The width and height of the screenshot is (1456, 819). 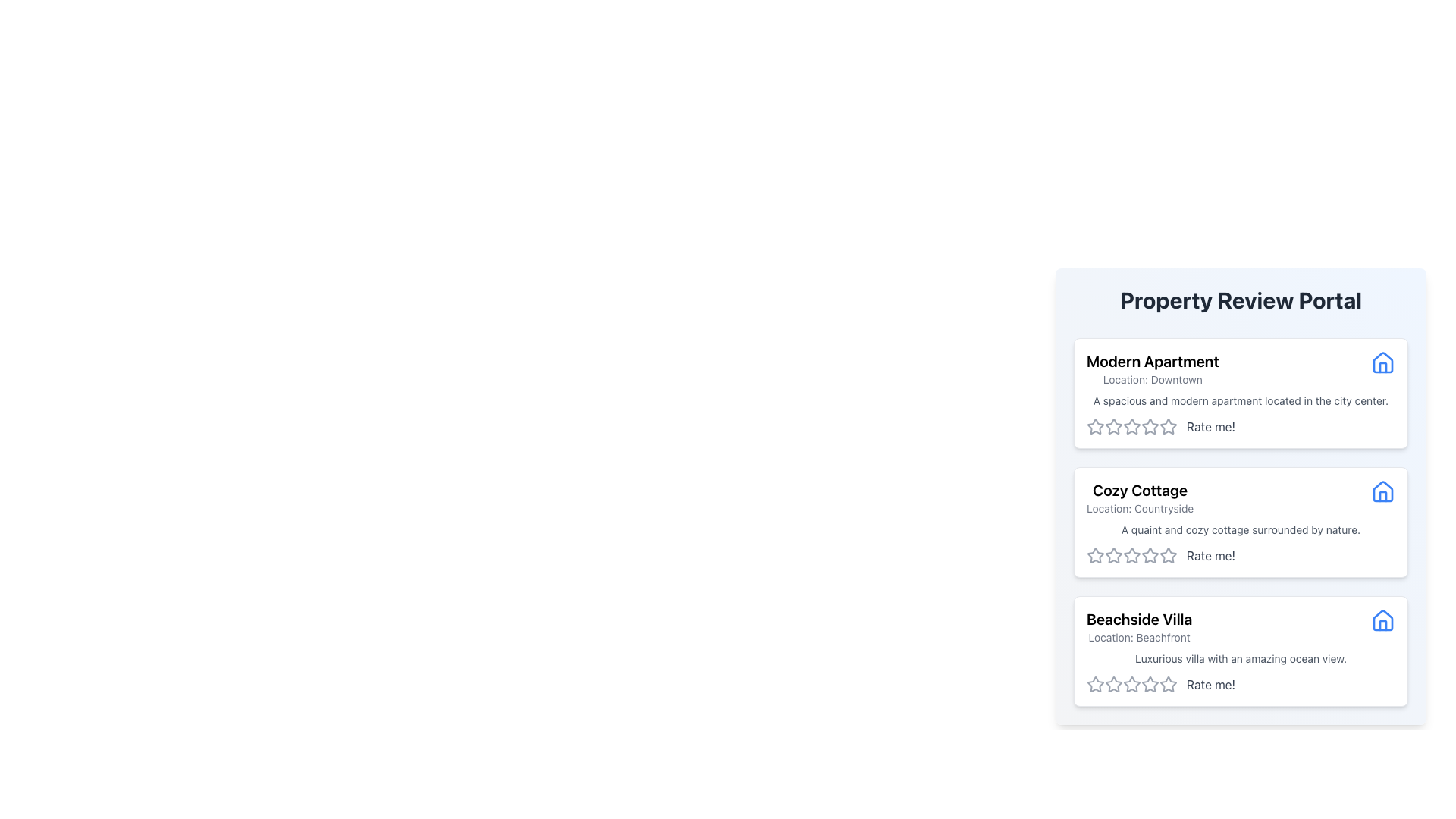 I want to click on the icon in the top-right corner of the 'Modern Apartment' card, so click(x=1383, y=362).